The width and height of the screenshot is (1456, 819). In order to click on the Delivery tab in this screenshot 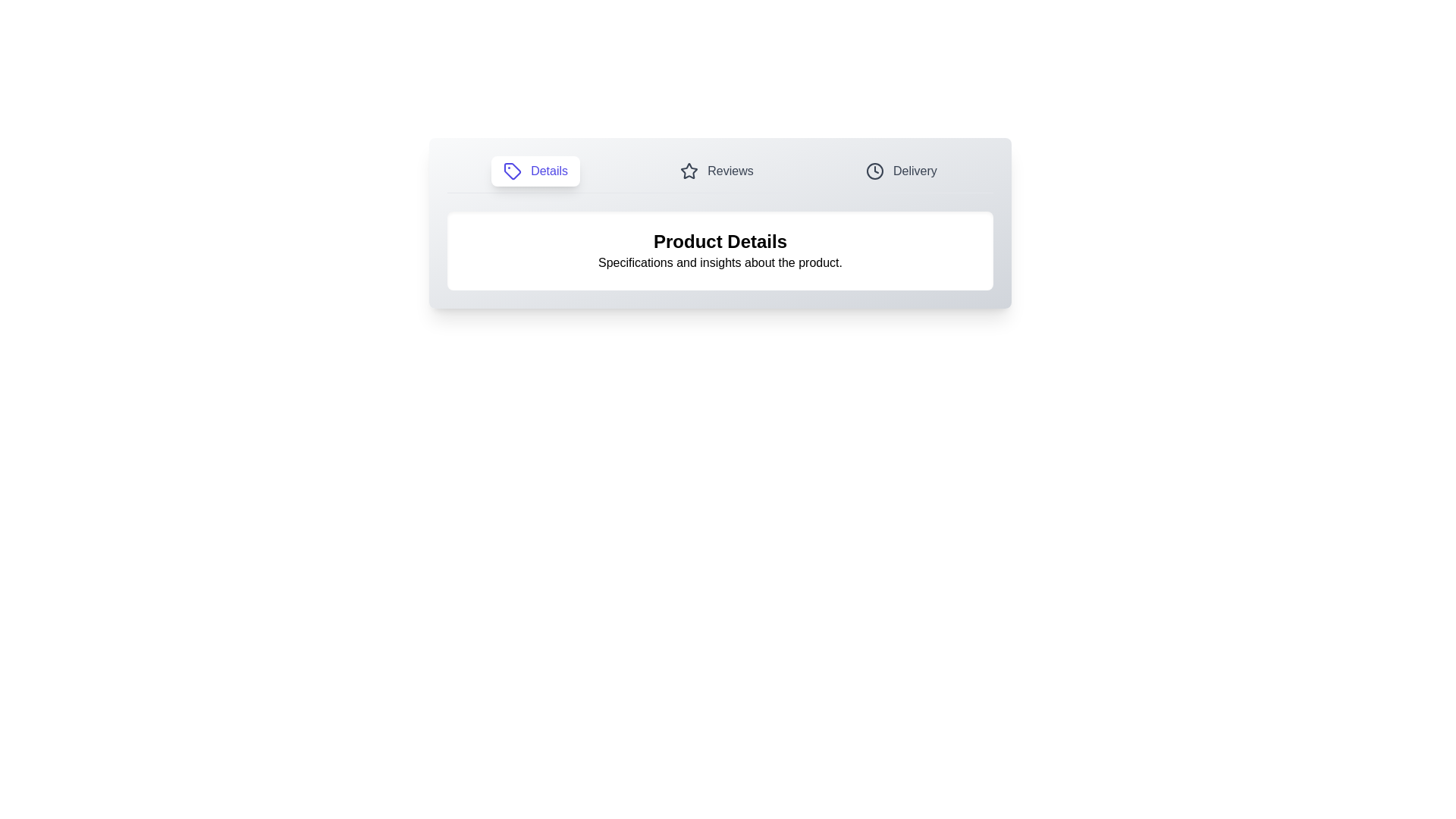, I will do `click(901, 171)`.